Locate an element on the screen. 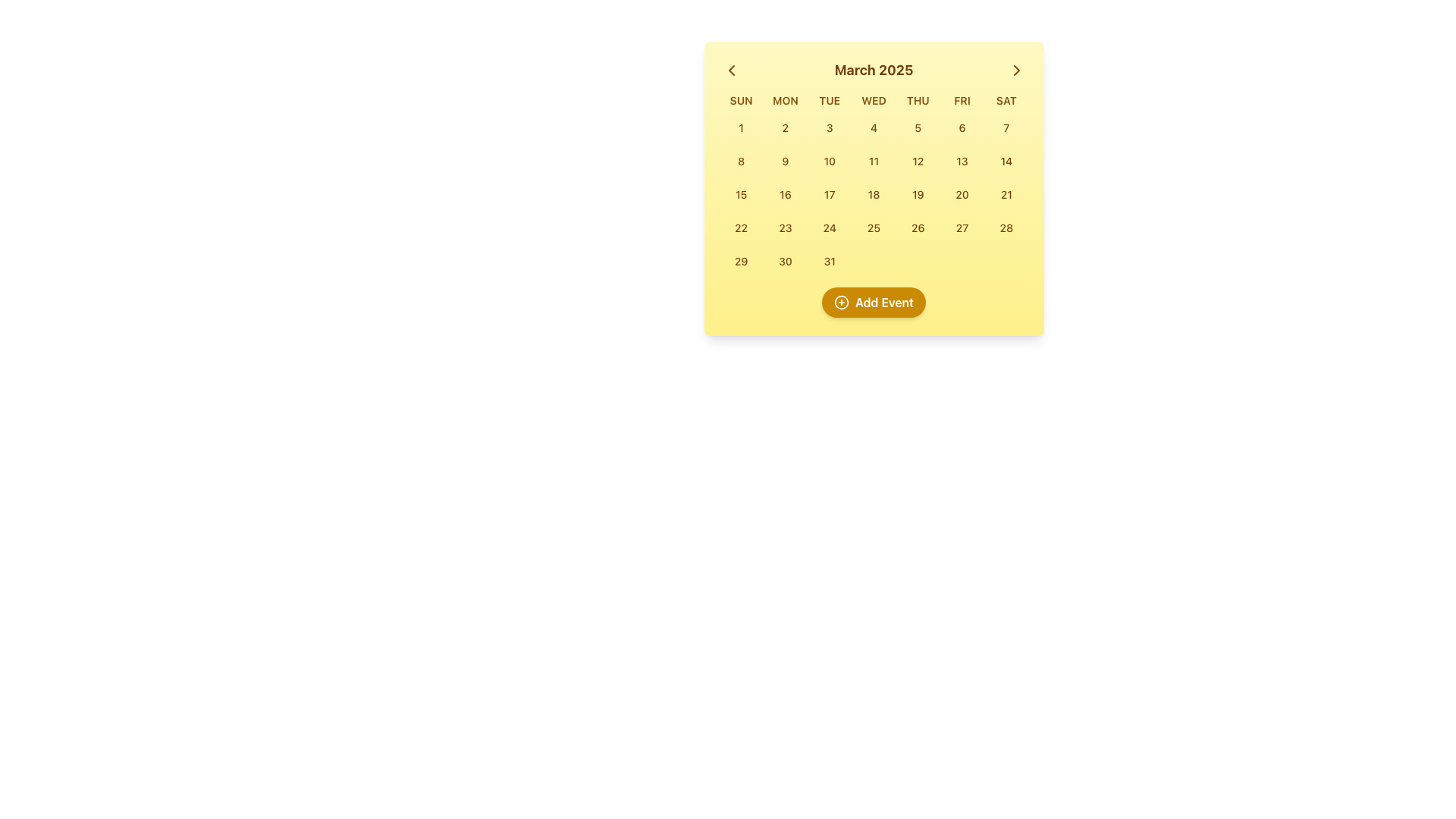 This screenshot has width=1456, height=819. the text label displaying the date '8' in the calendar grid for the second Sunday in March 2025 is located at coordinates (741, 161).